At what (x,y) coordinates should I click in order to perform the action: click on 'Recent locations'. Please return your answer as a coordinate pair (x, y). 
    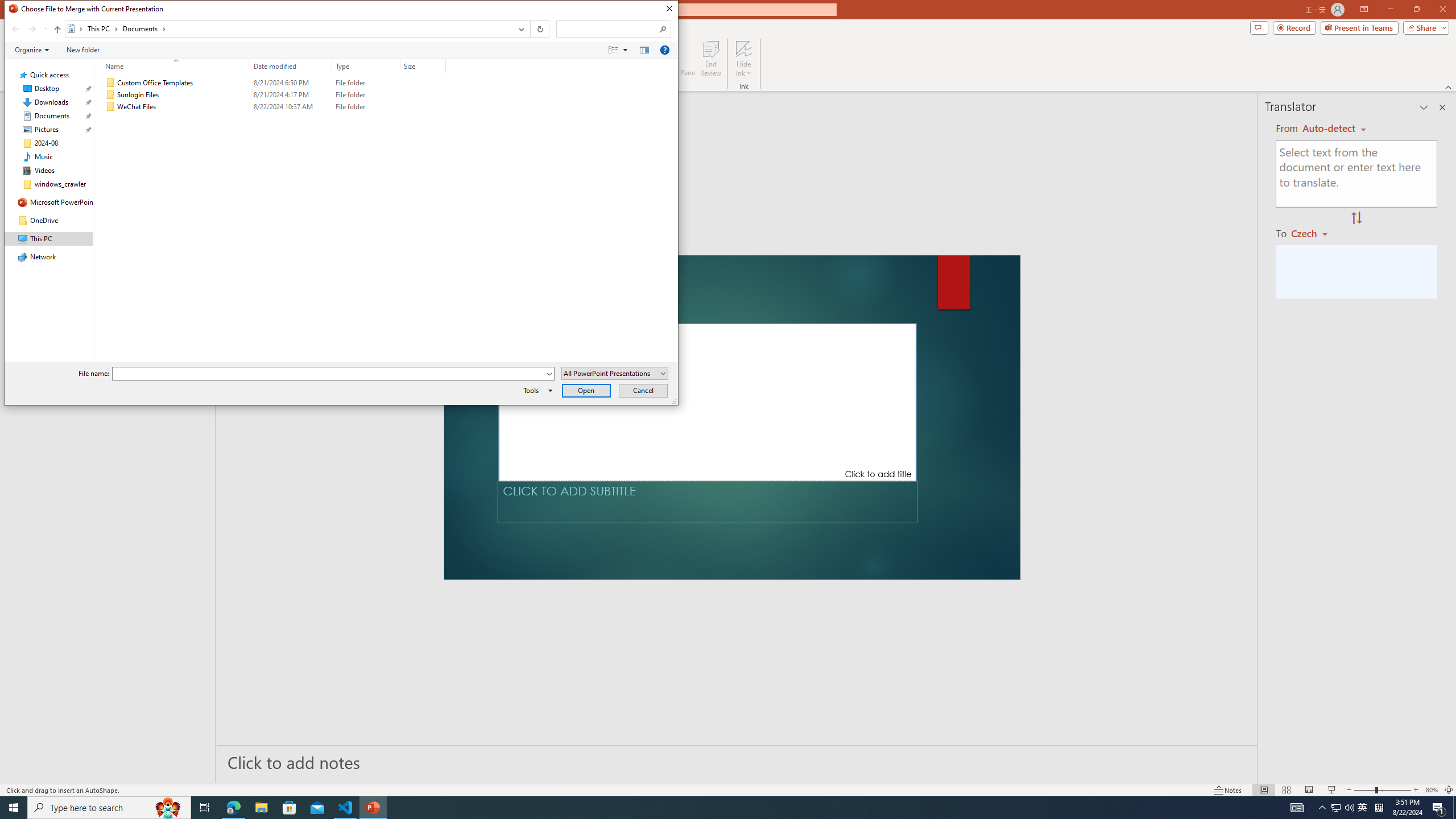
    Looking at the image, I should click on (44, 28).